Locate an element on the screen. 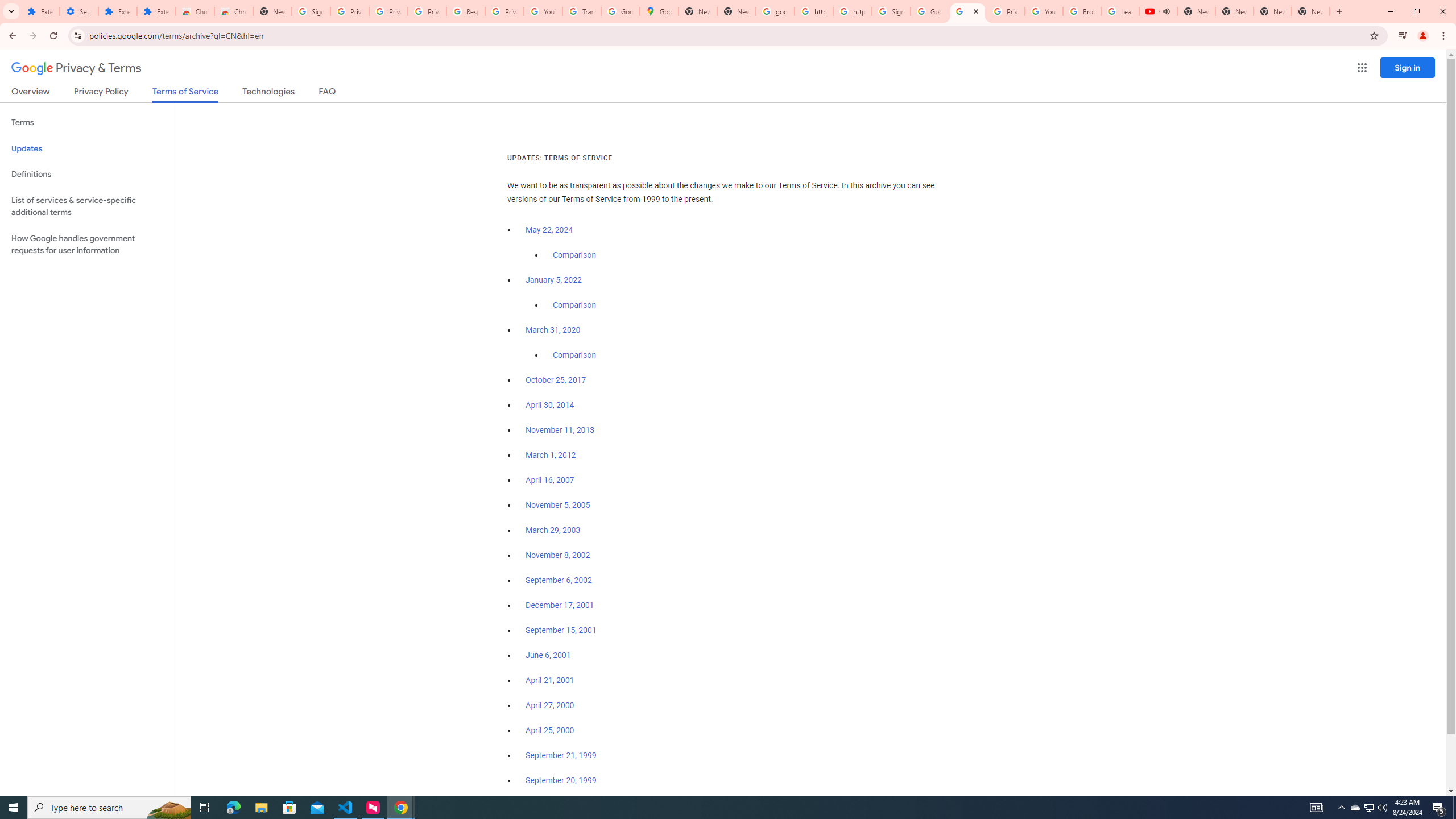 The image size is (1456, 819). 'Definitions' is located at coordinates (86, 174).